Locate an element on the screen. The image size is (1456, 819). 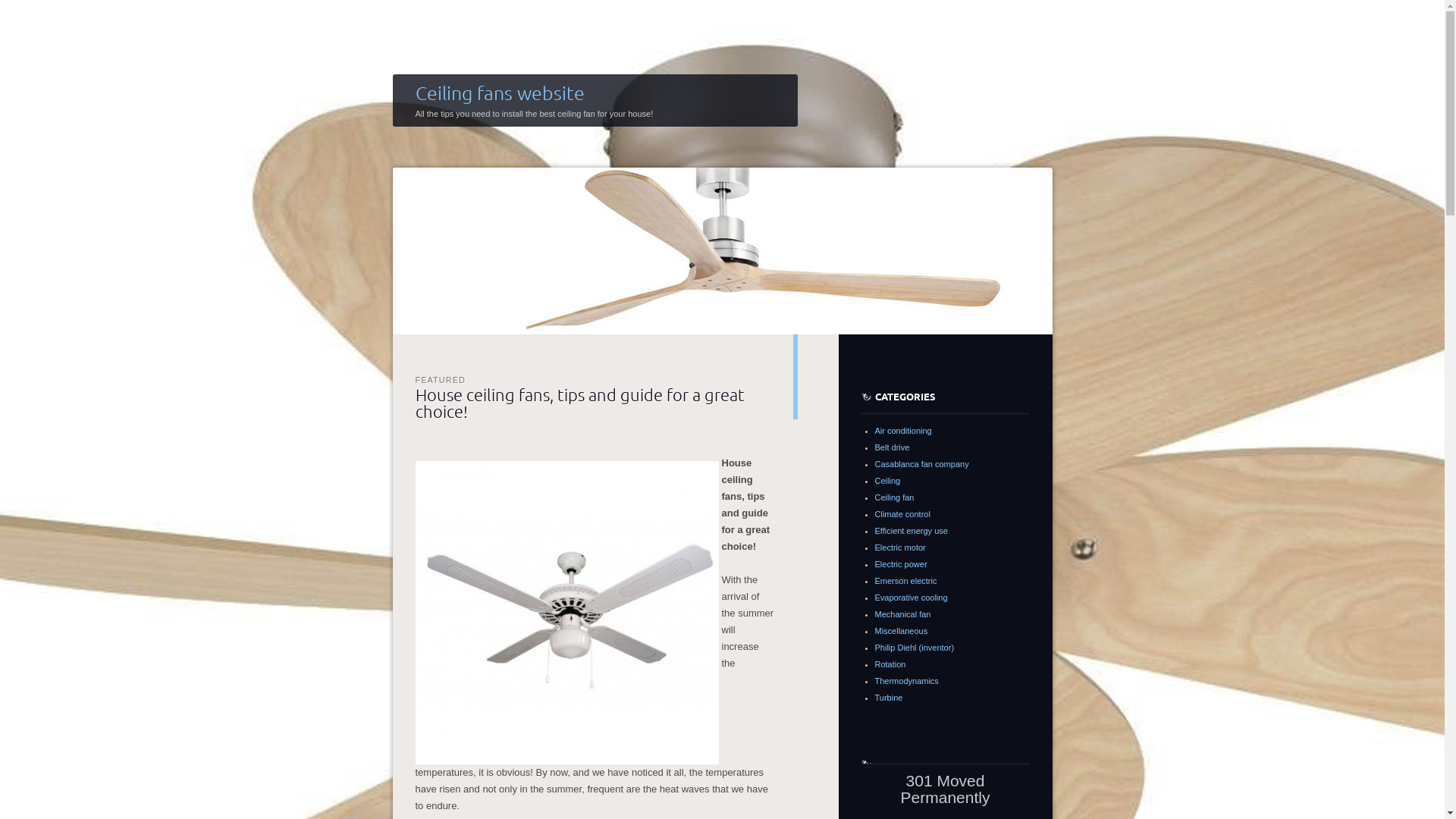
'Air conditioning' is located at coordinates (903, 430).